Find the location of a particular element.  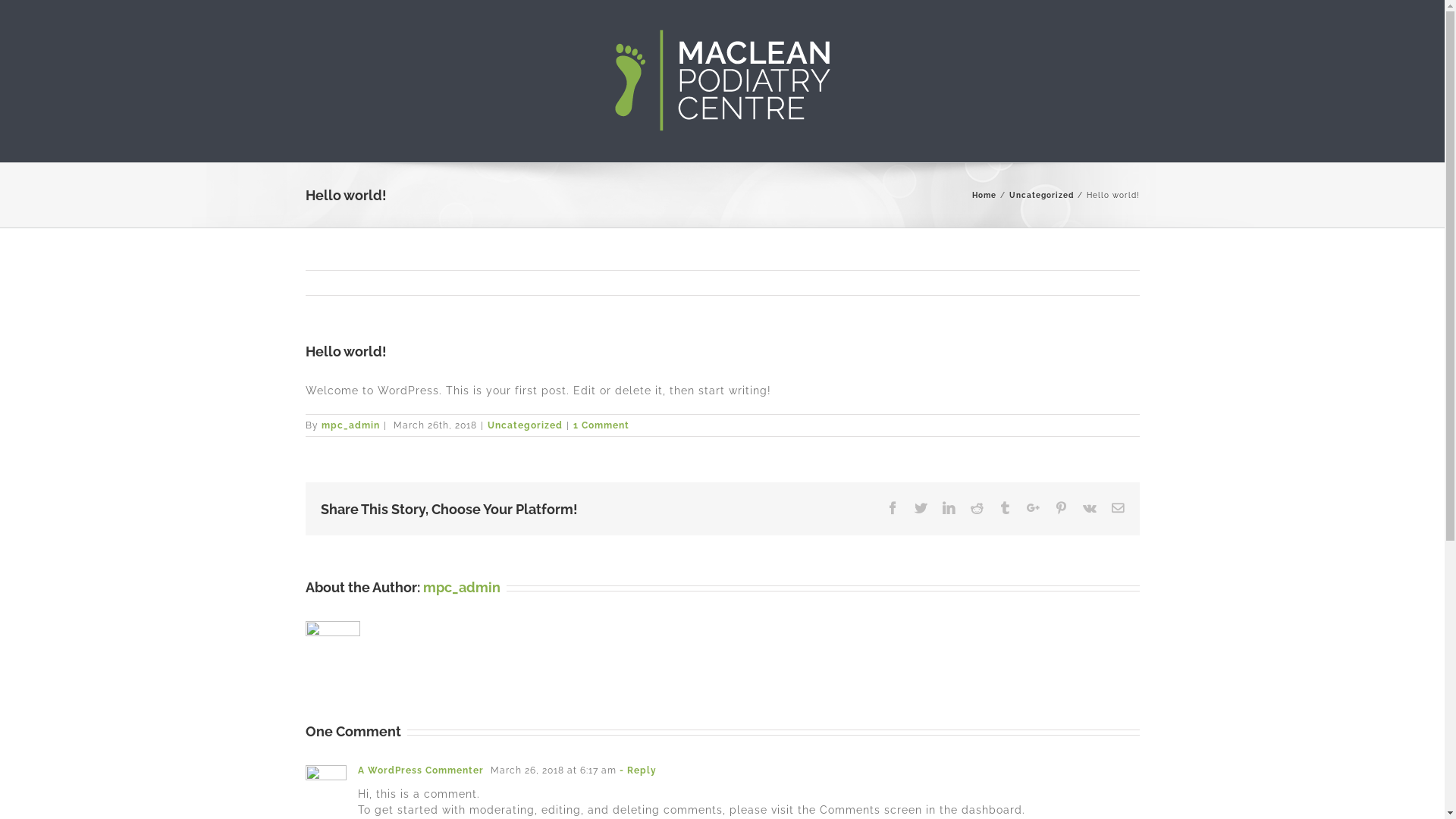

'Uncategorized' is located at coordinates (524, 425).